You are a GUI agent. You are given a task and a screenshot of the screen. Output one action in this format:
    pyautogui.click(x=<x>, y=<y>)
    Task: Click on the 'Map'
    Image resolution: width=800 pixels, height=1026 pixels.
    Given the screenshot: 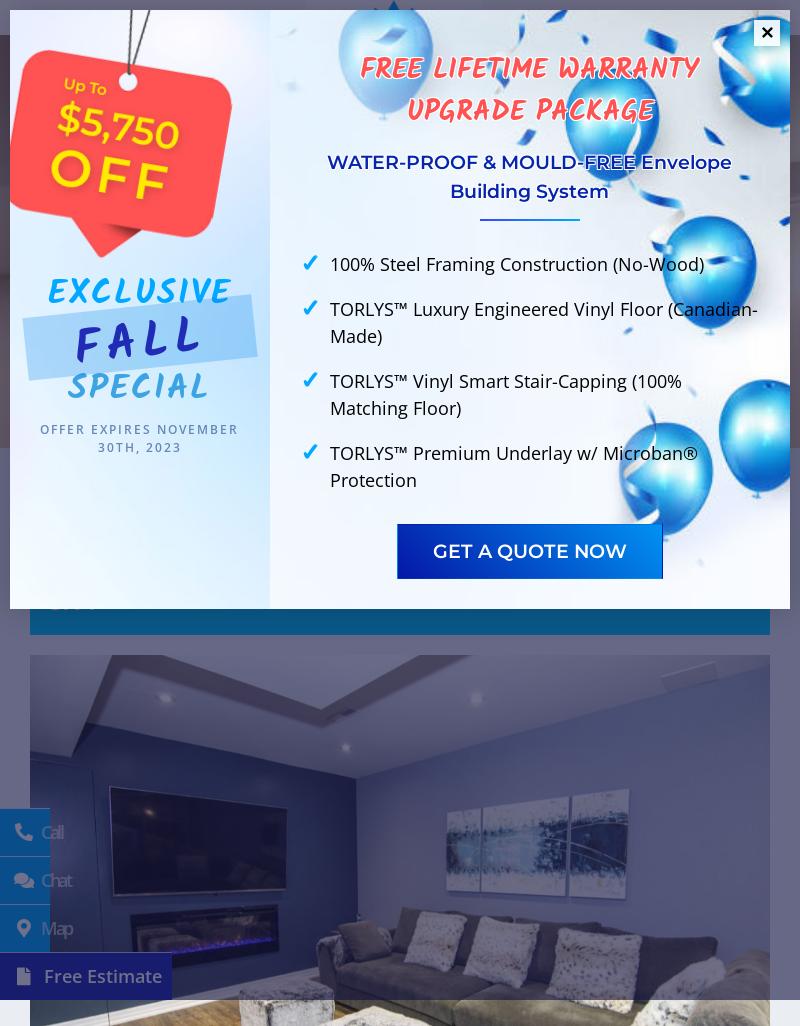 What is the action you would take?
    pyautogui.click(x=35, y=928)
    